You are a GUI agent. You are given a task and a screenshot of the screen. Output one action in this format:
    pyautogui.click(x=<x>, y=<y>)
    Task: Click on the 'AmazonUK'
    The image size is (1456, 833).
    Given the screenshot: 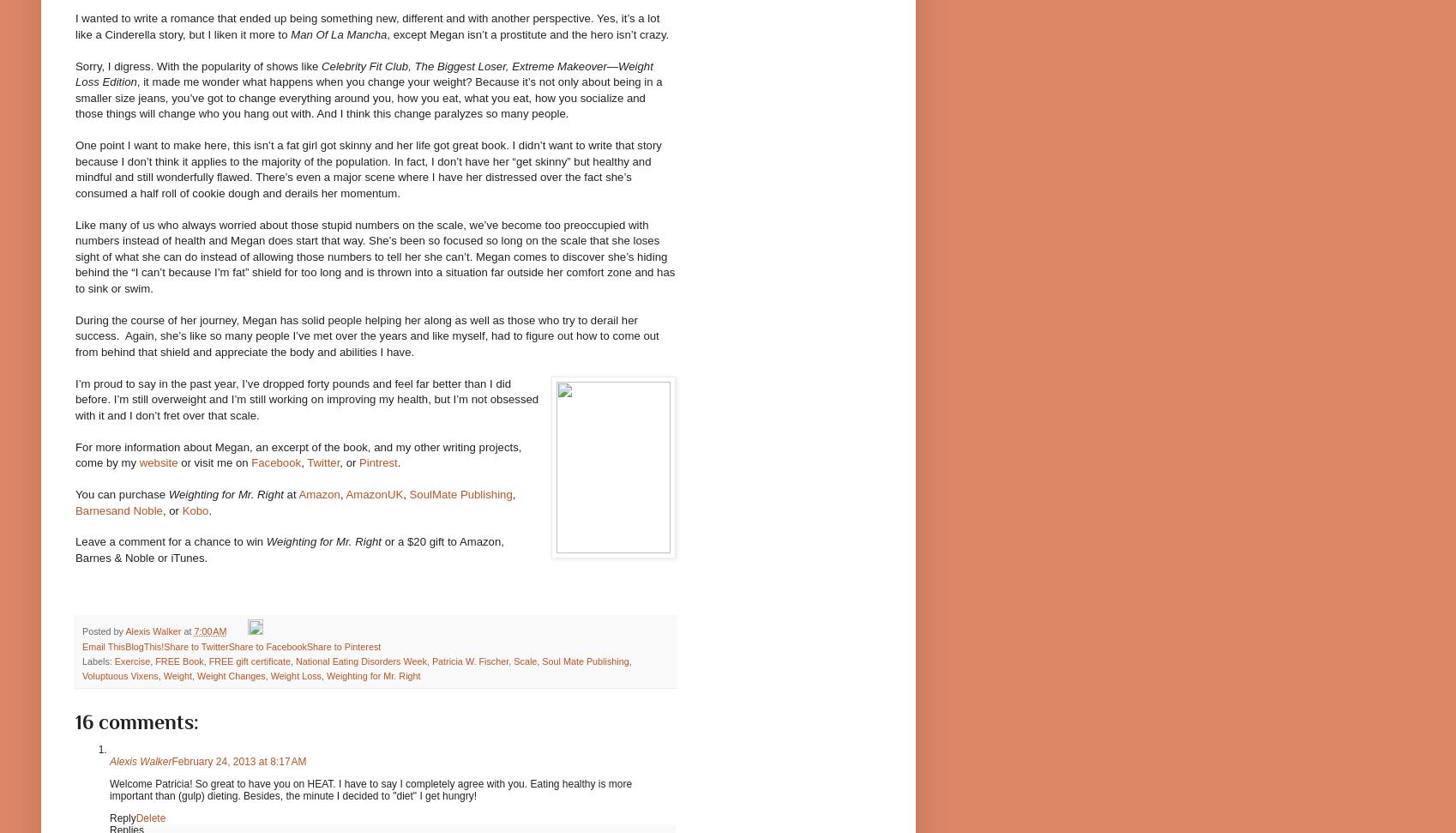 What is the action you would take?
    pyautogui.click(x=373, y=494)
    